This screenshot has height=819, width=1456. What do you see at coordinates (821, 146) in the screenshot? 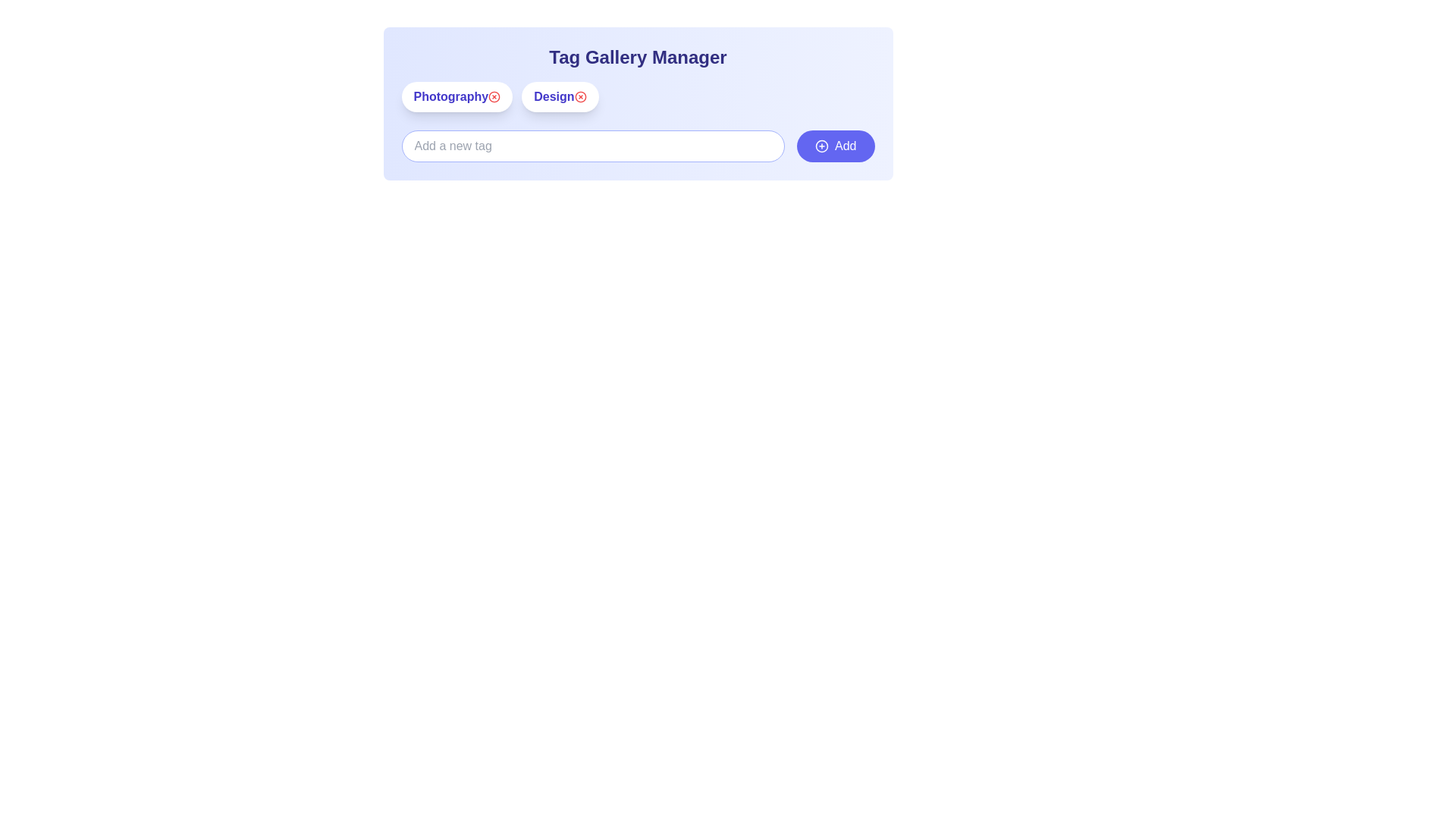
I see `the circular blue icon with a '+' symbol inside, located next to the 'Add' button` at bounding box center [821, 146].